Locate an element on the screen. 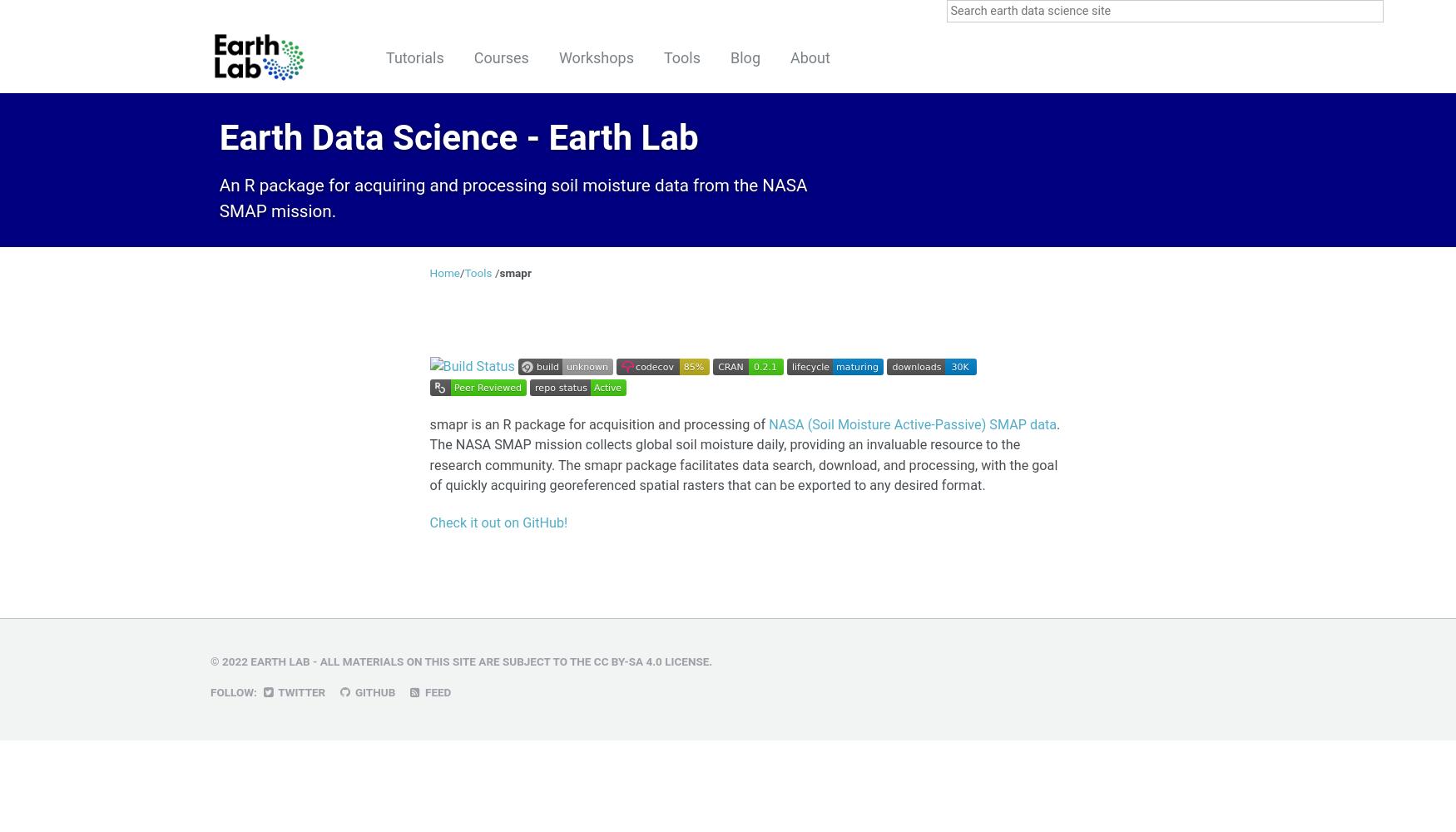 The width and height of the screenshot is (1456, 832). 'An R package for acquiring and processing soil moisture data from the NASA SMAP mission.' is located at coordinates (218, 196).